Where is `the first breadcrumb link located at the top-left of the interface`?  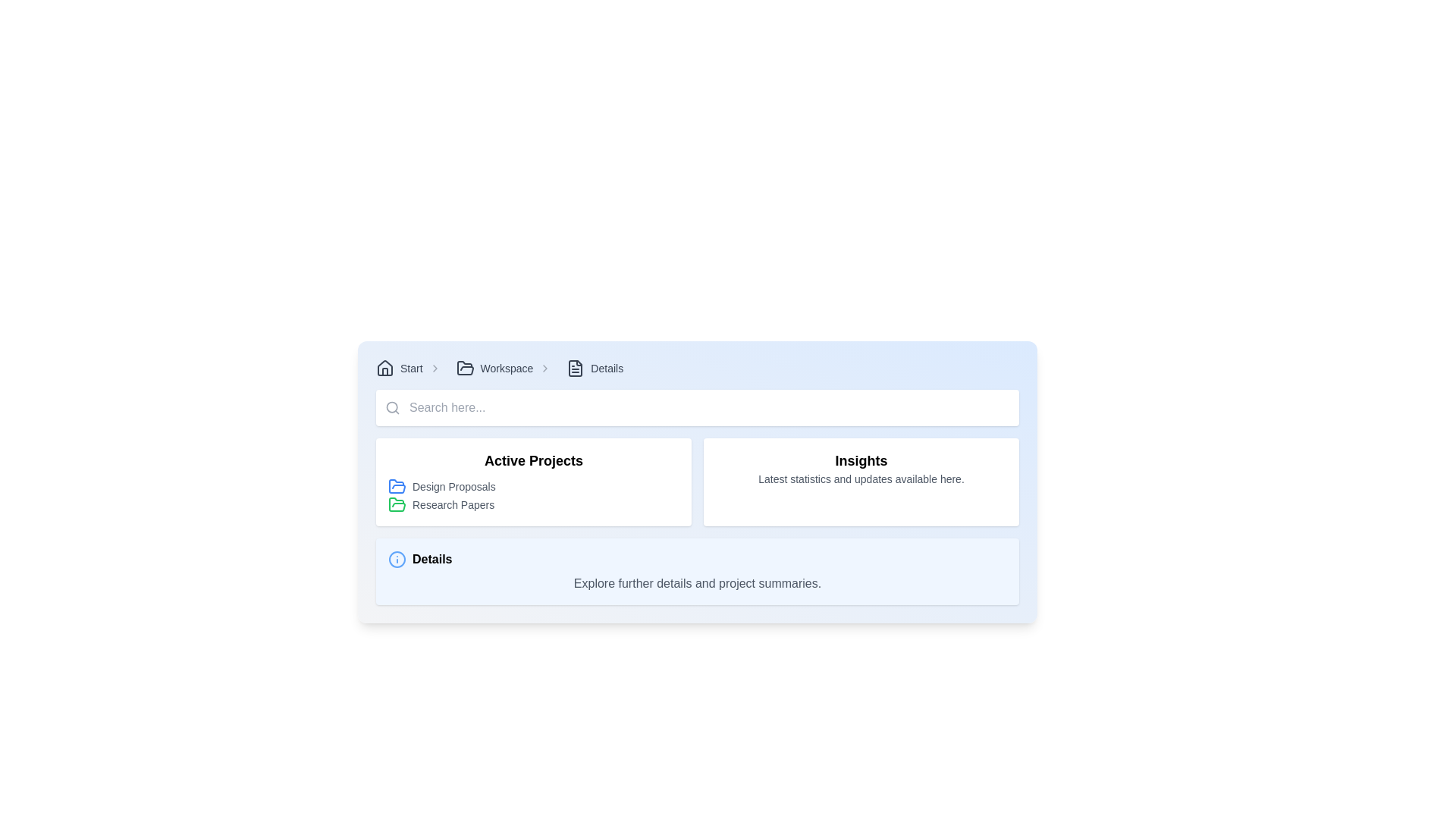
the first breadcrumb link located at the top-left of the interface is located at coordinates (411, 369).